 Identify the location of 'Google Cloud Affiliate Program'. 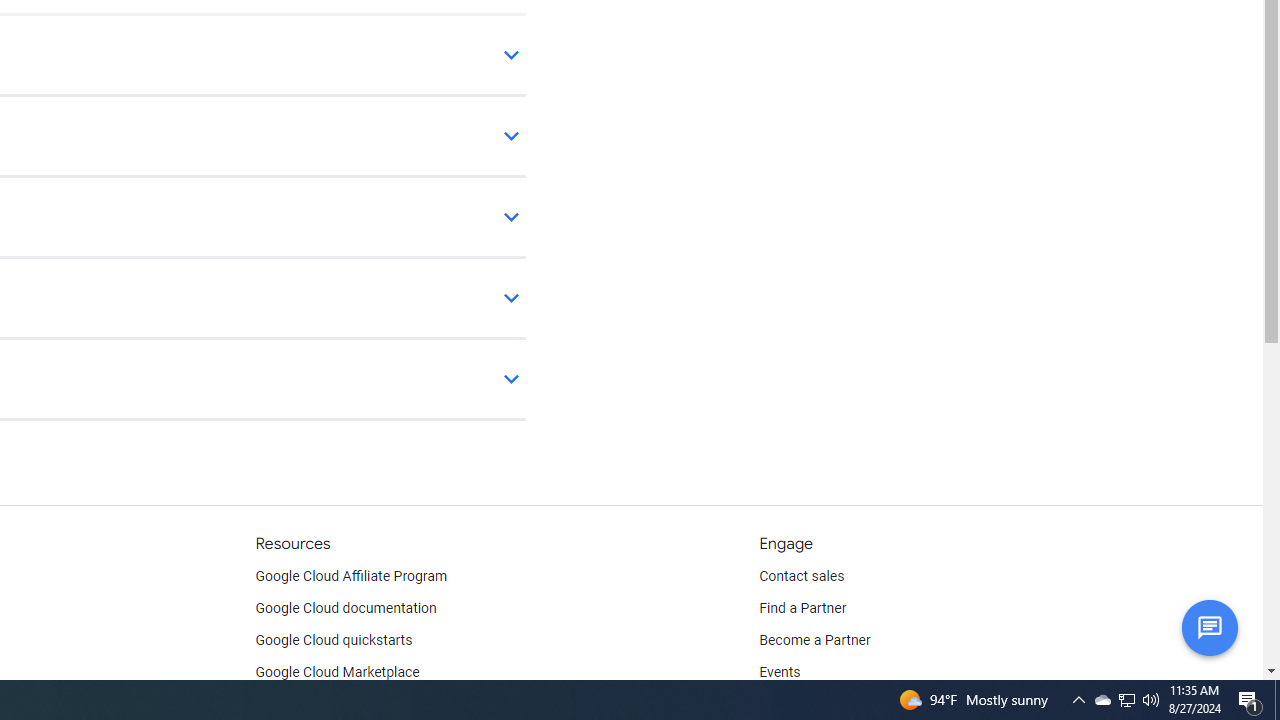
(351, 577).